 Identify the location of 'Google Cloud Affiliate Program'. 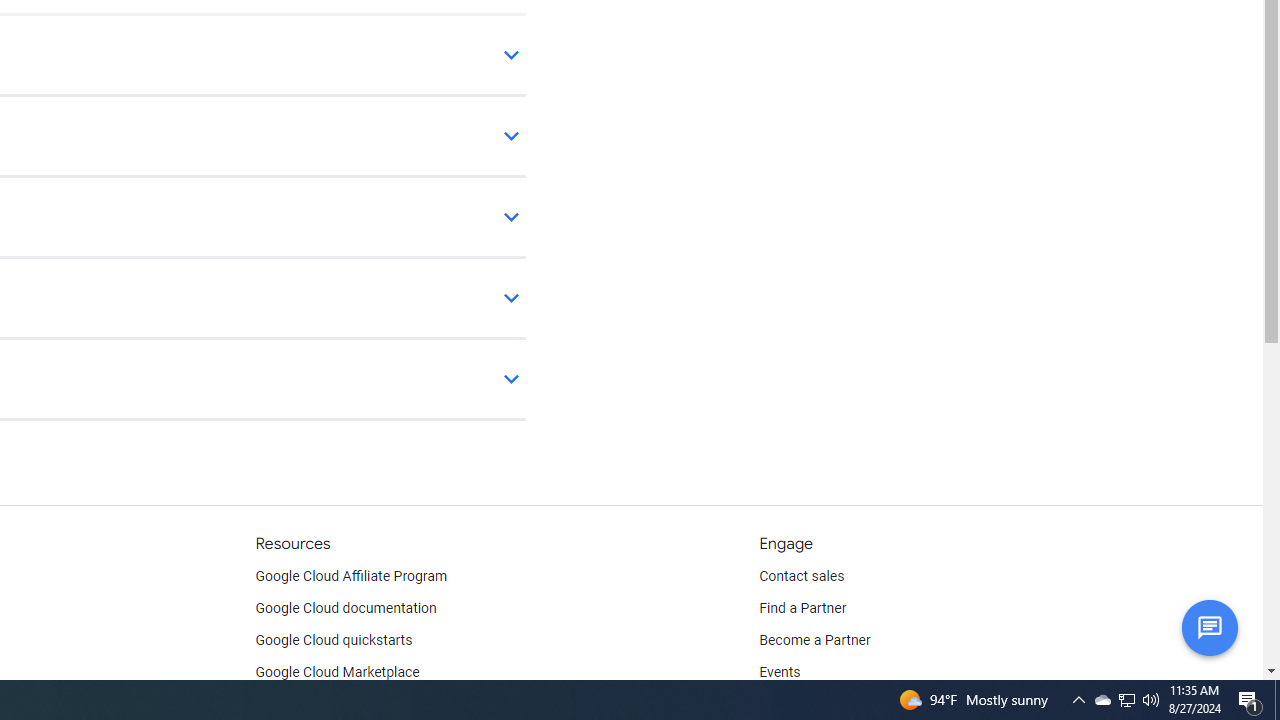
(351, 577).